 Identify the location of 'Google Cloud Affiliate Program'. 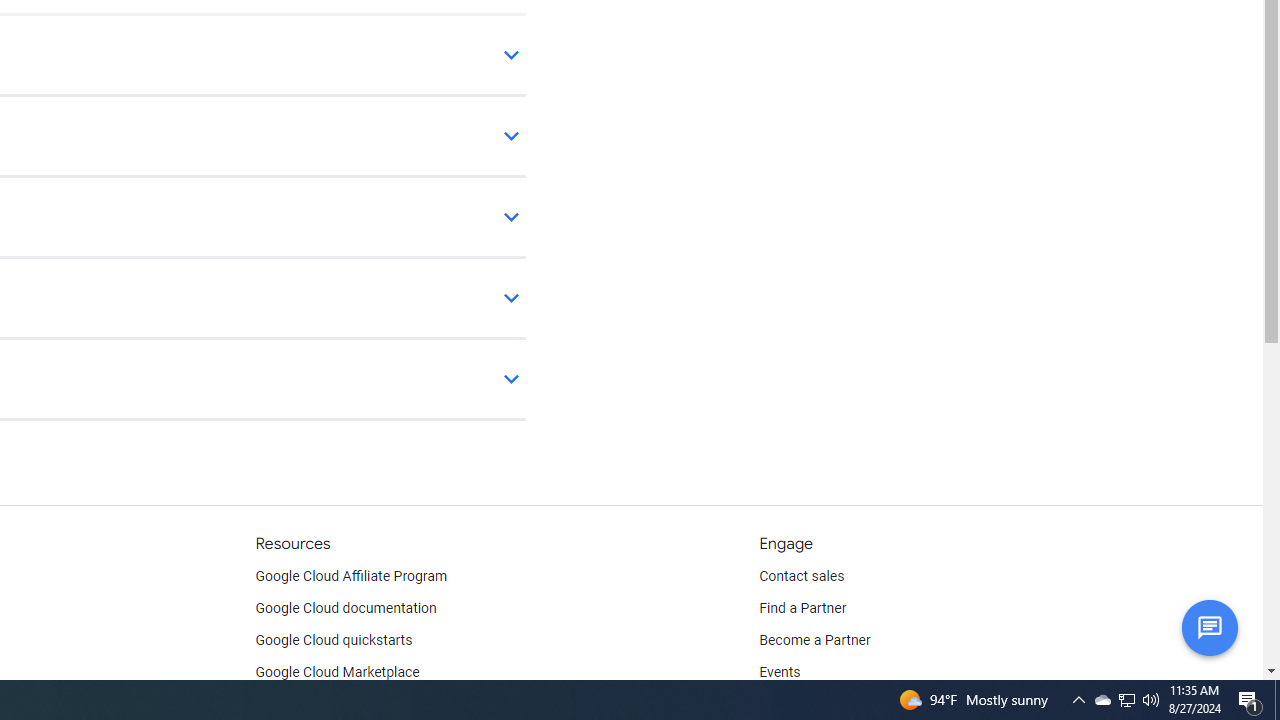
(351, 577).